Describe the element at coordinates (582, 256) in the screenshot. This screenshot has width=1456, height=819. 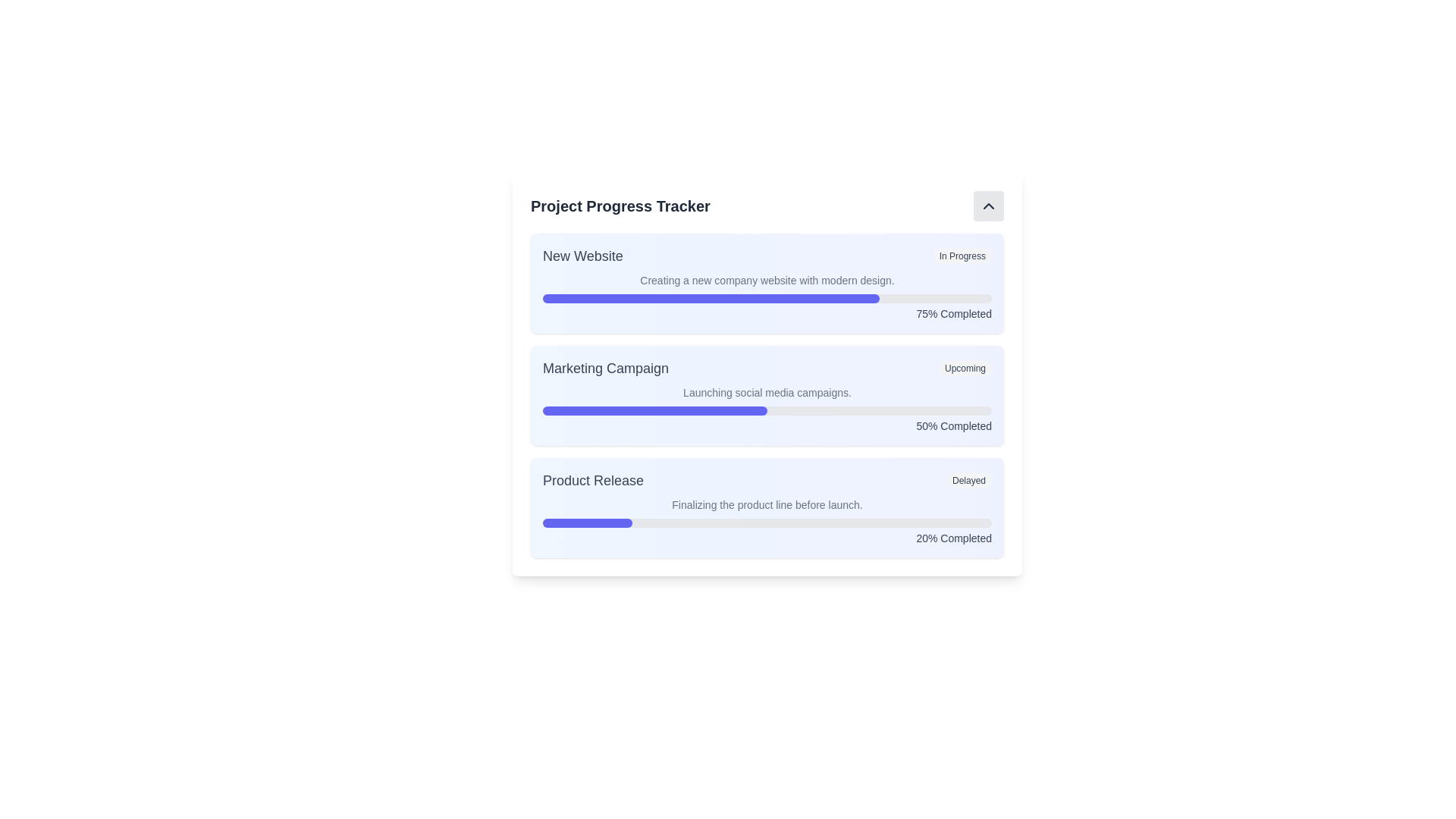
I see `the 'New Website' text label, which is styled in bold gray font within a light blue card-like interface` at that location.